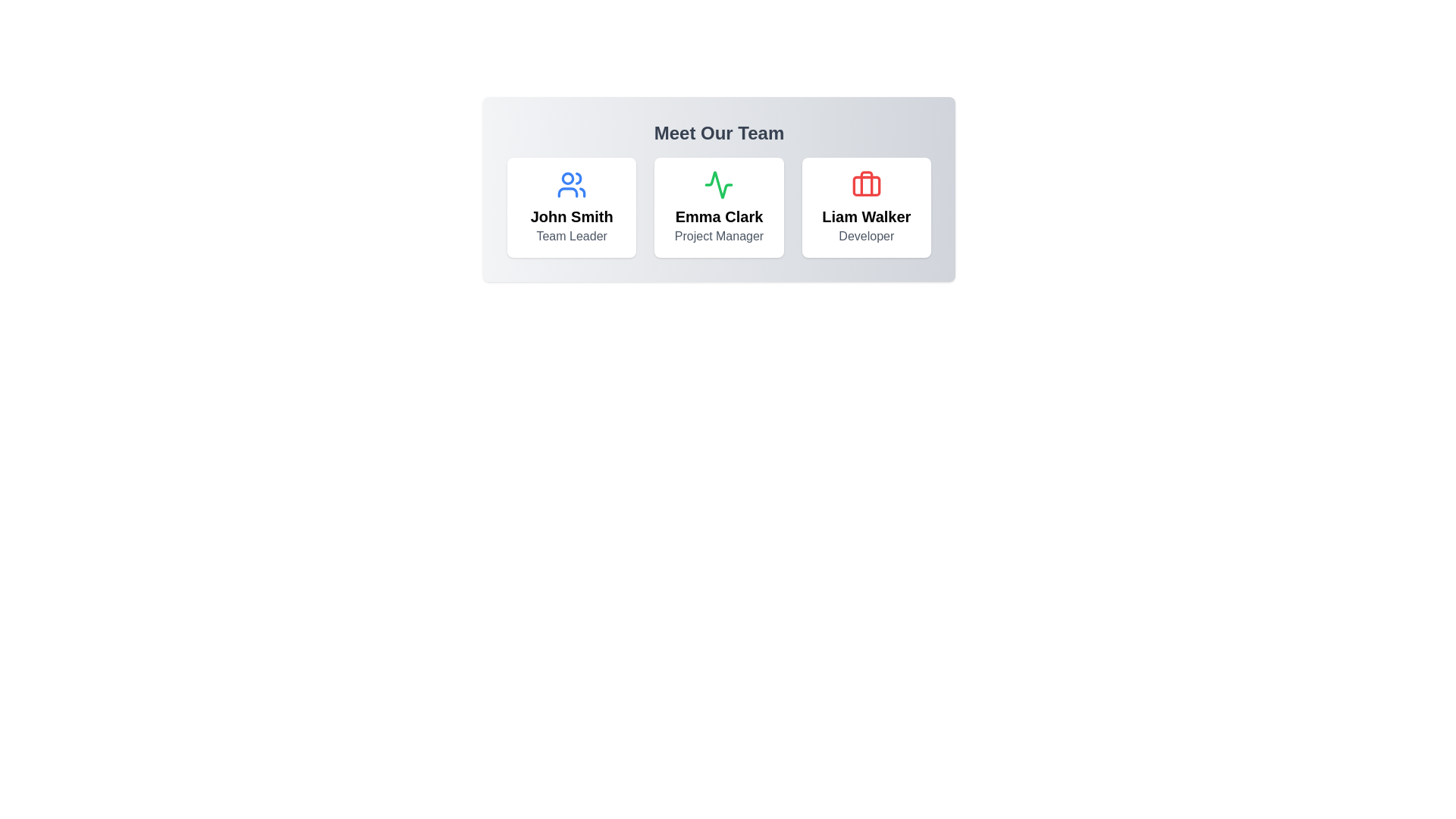 This screenshot has height=819, width=1456. What do you see at coordinates (866, 184) in the screenshot?
I see `the red briefcase icon located above the text of Liam Walker's profile, which serves as a visual cue for his identity` at bounding box center [866, 184].